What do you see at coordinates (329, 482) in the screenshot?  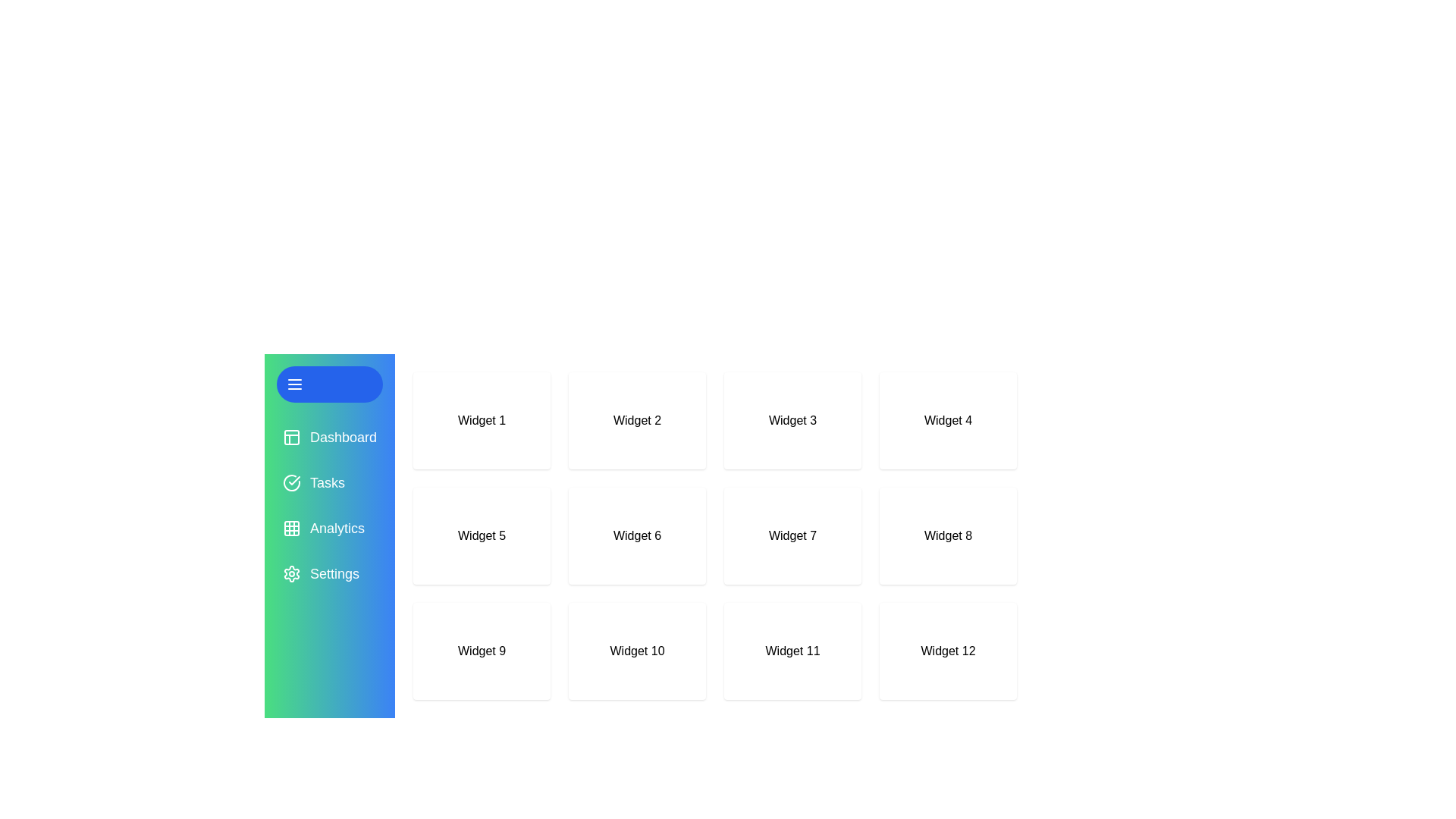 I see `the navigation menu item Tasks` at bounding box center [329, 482].